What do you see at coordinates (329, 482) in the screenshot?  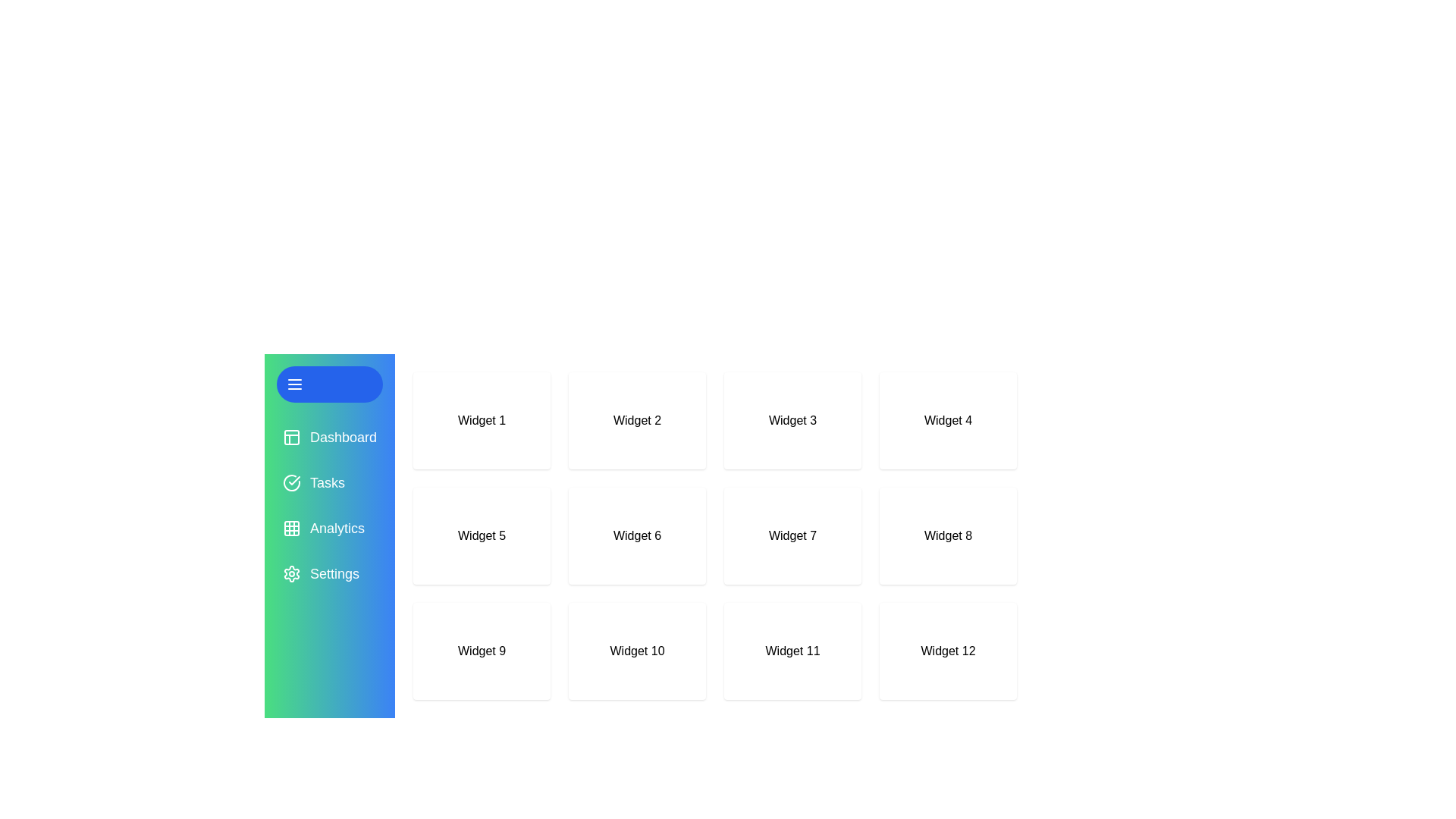 I see `the navigation menu item Tasks` at bounding box center [329, 482].